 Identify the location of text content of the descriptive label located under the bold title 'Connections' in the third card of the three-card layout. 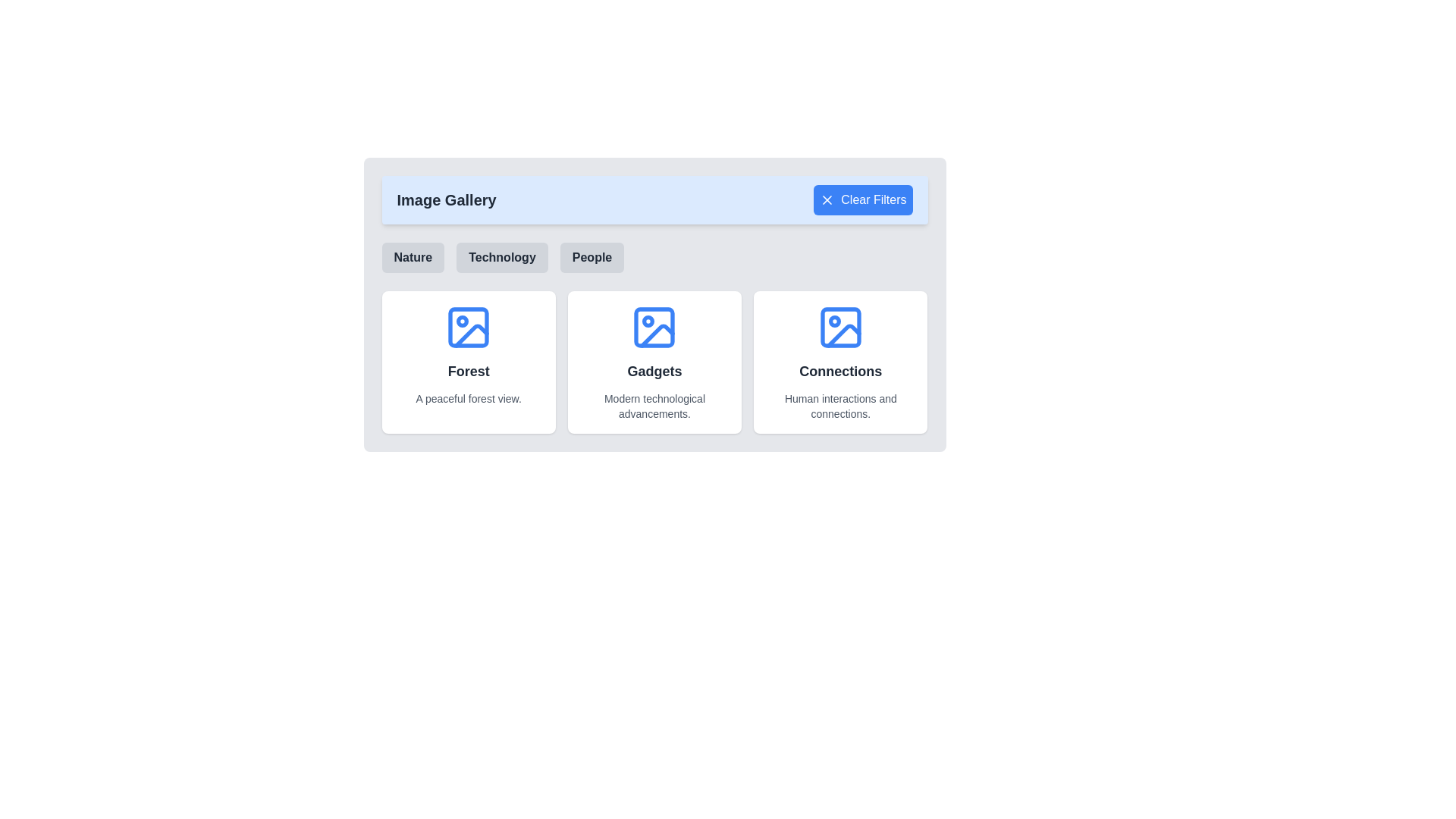
(839, 406).